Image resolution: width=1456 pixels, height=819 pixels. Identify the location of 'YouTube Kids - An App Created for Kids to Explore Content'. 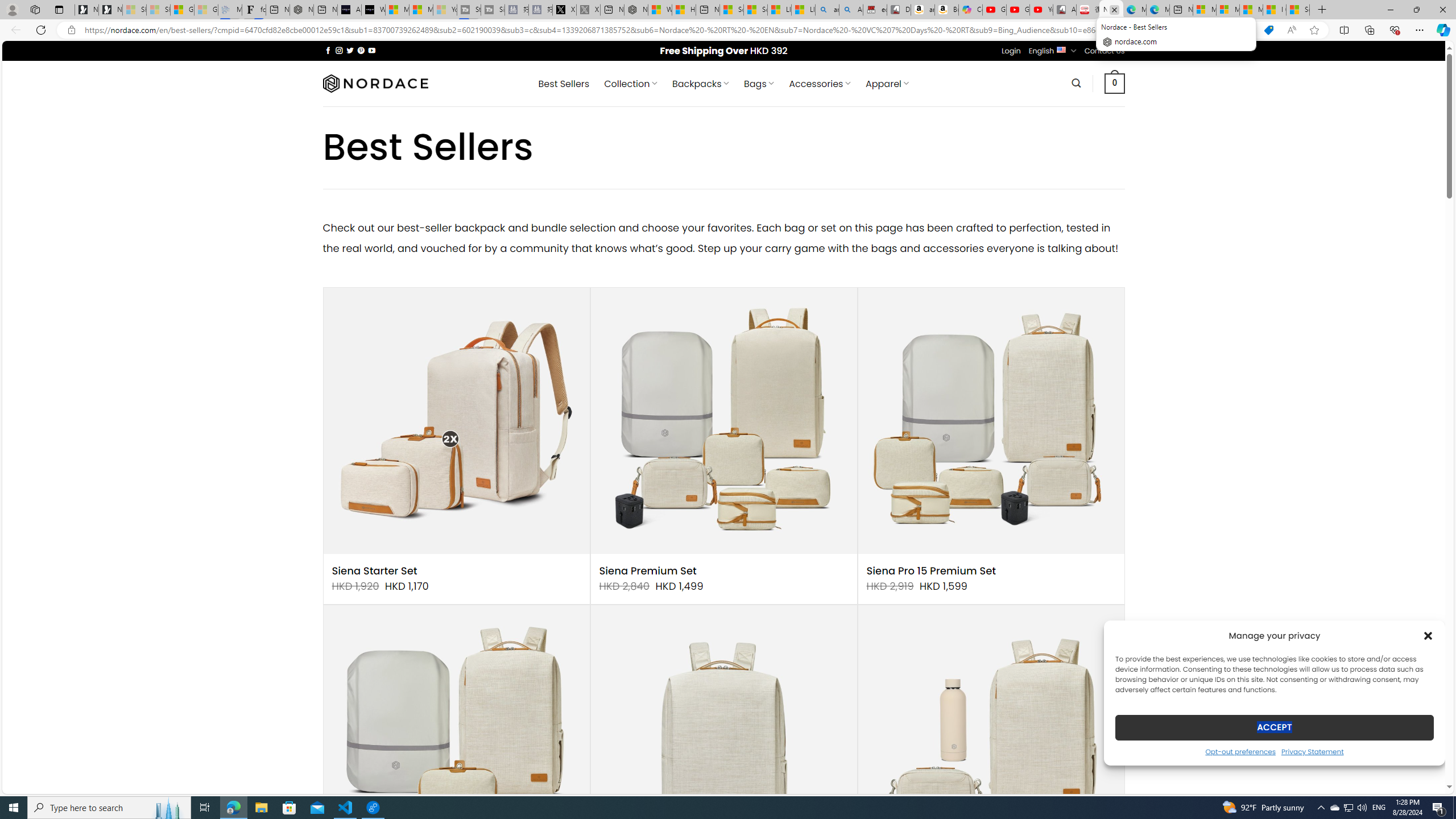
(1041, 9).